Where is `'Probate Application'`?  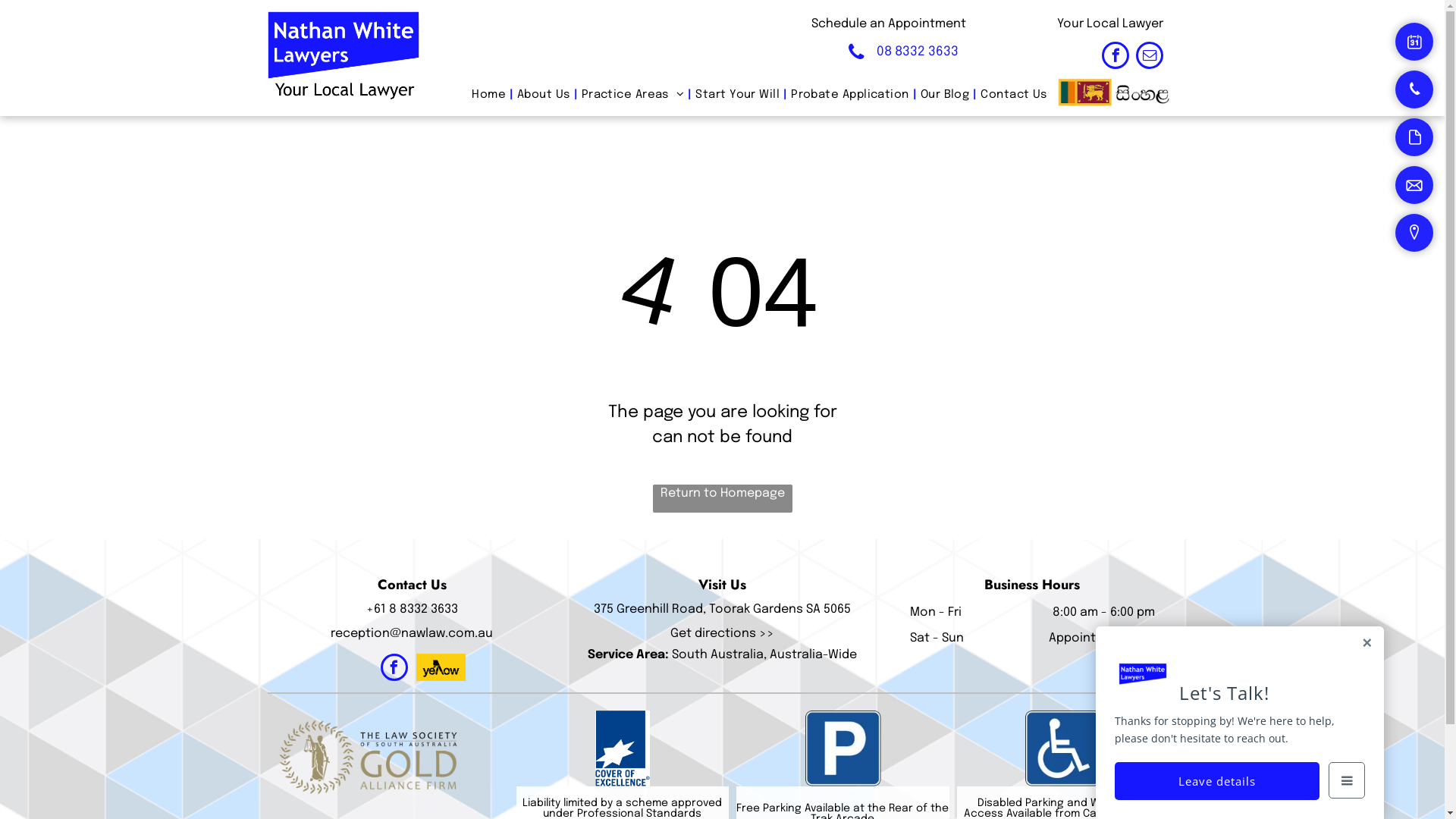
'Probate Application' is located at coordinates (850, 95).